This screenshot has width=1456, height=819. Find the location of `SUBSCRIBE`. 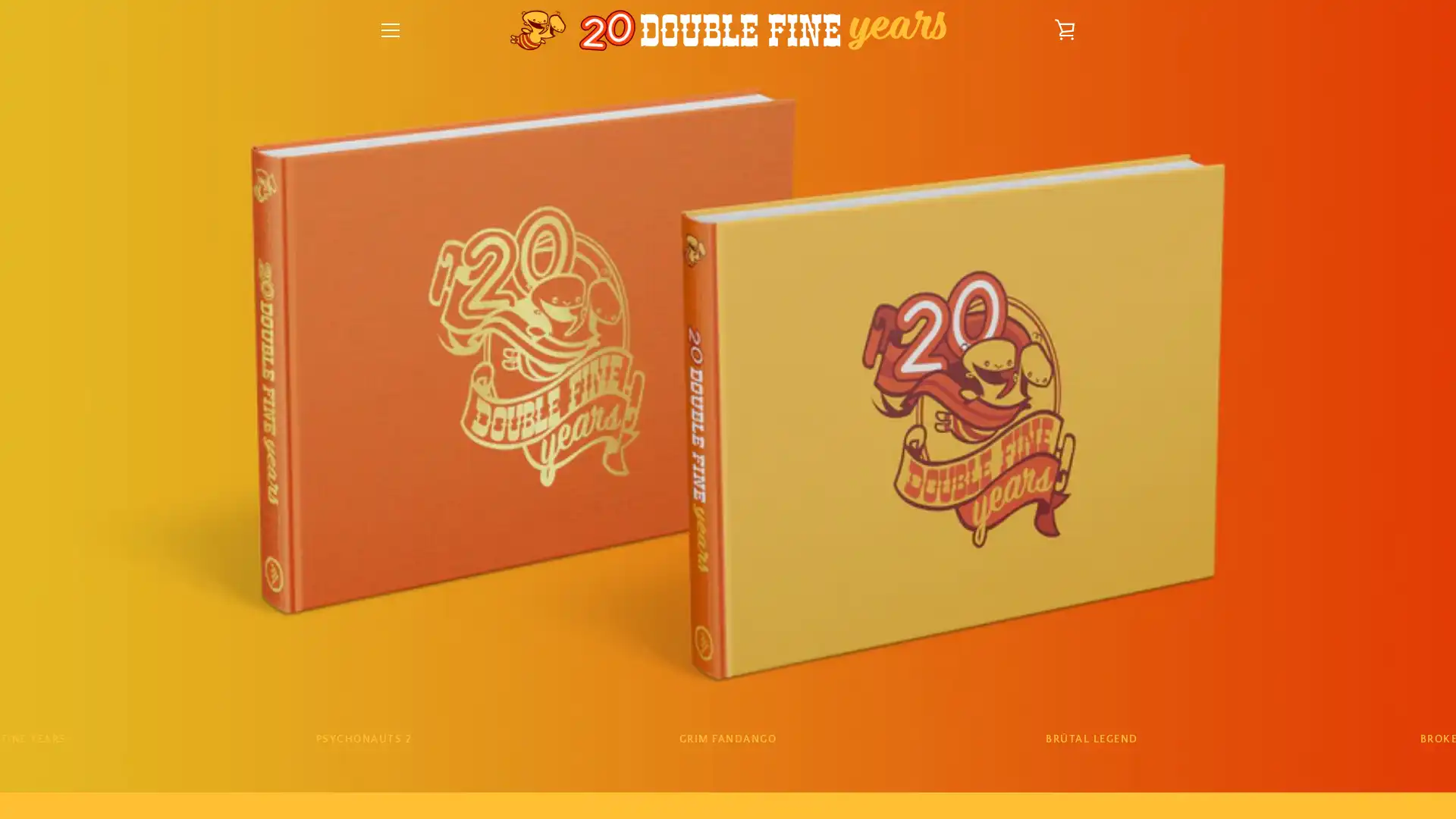

SUBSCRIBE is located at coordinates (1039, 682).